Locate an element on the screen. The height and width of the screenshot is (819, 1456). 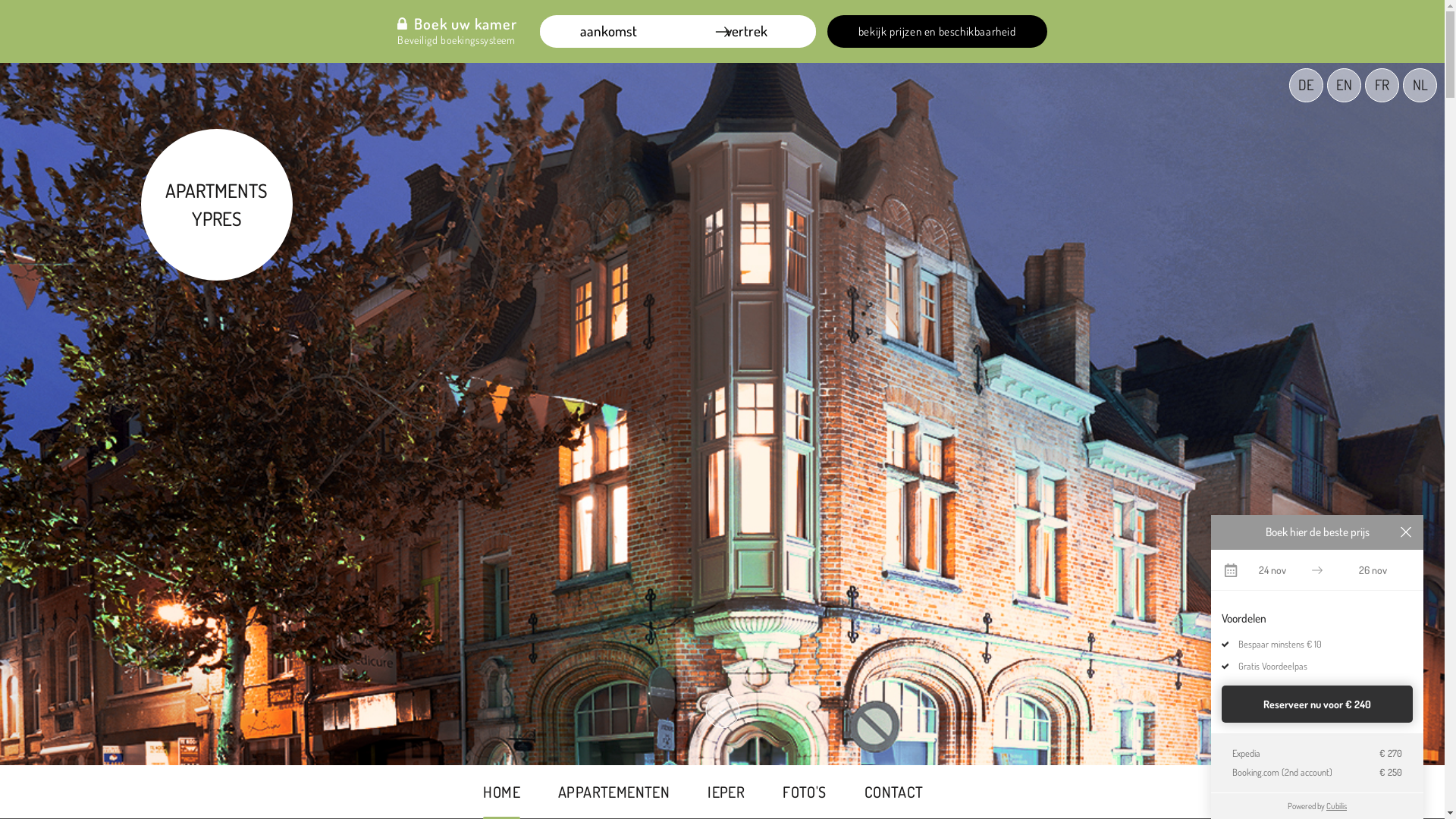
'HOME' is located at coordinates (482, 791).